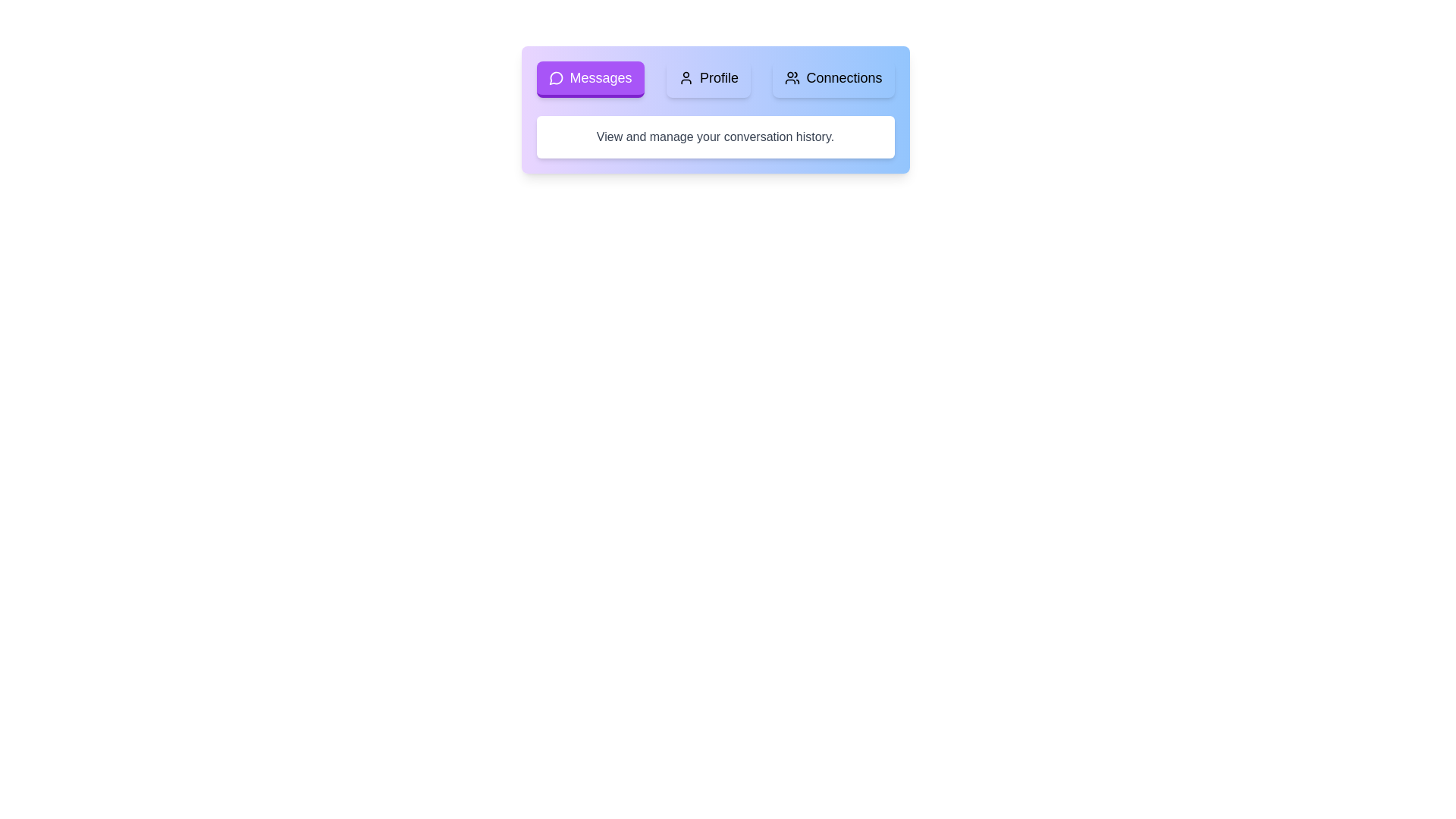 This screenshot has height=819, width=1456. Describe the element at coordinates (555, 78) in the screenshot. I see `the graphic icon representing the 'Messages' feature` at that location.